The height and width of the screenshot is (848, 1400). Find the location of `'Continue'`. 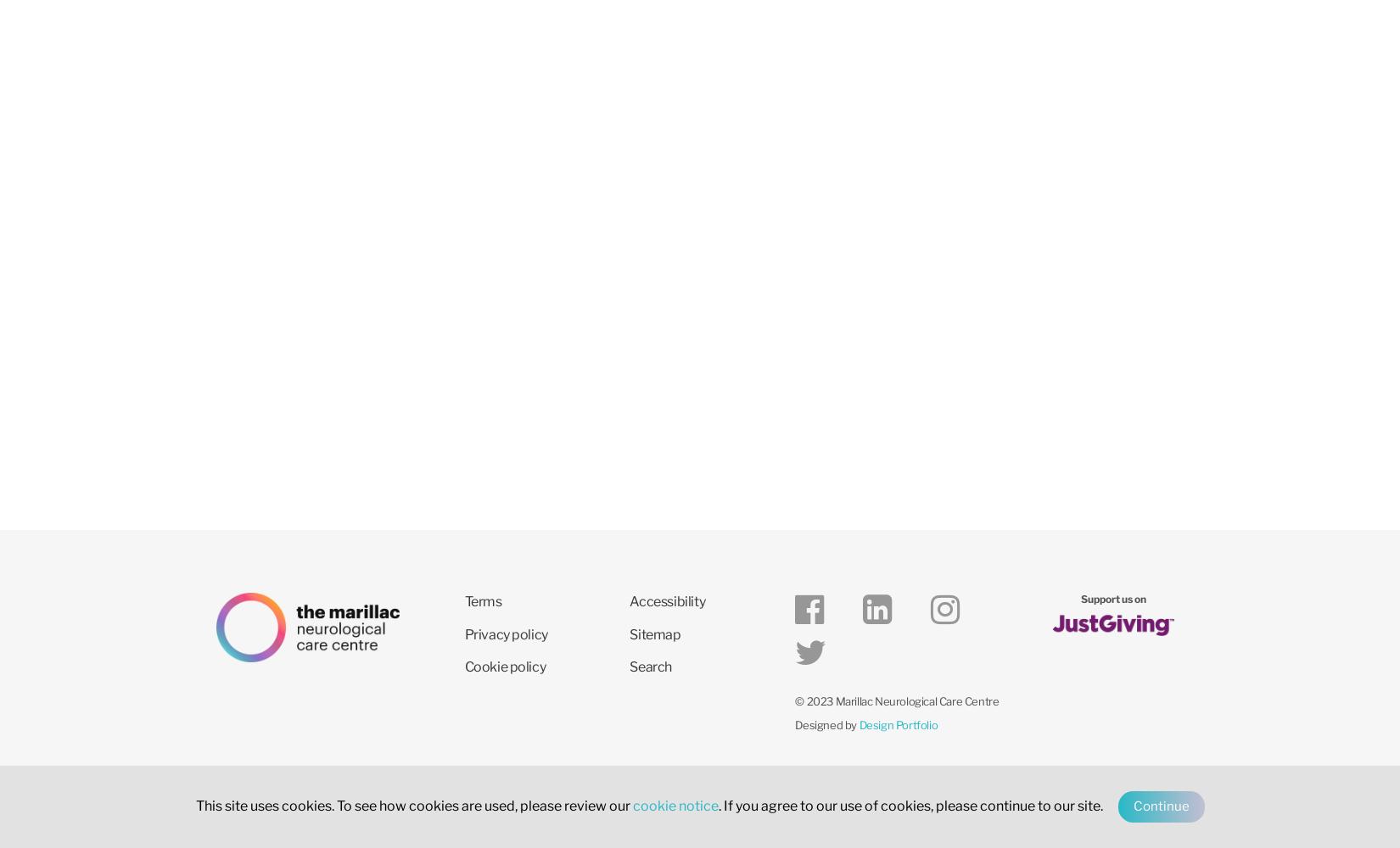

'Continue' is located at coordinates (1160, 806).